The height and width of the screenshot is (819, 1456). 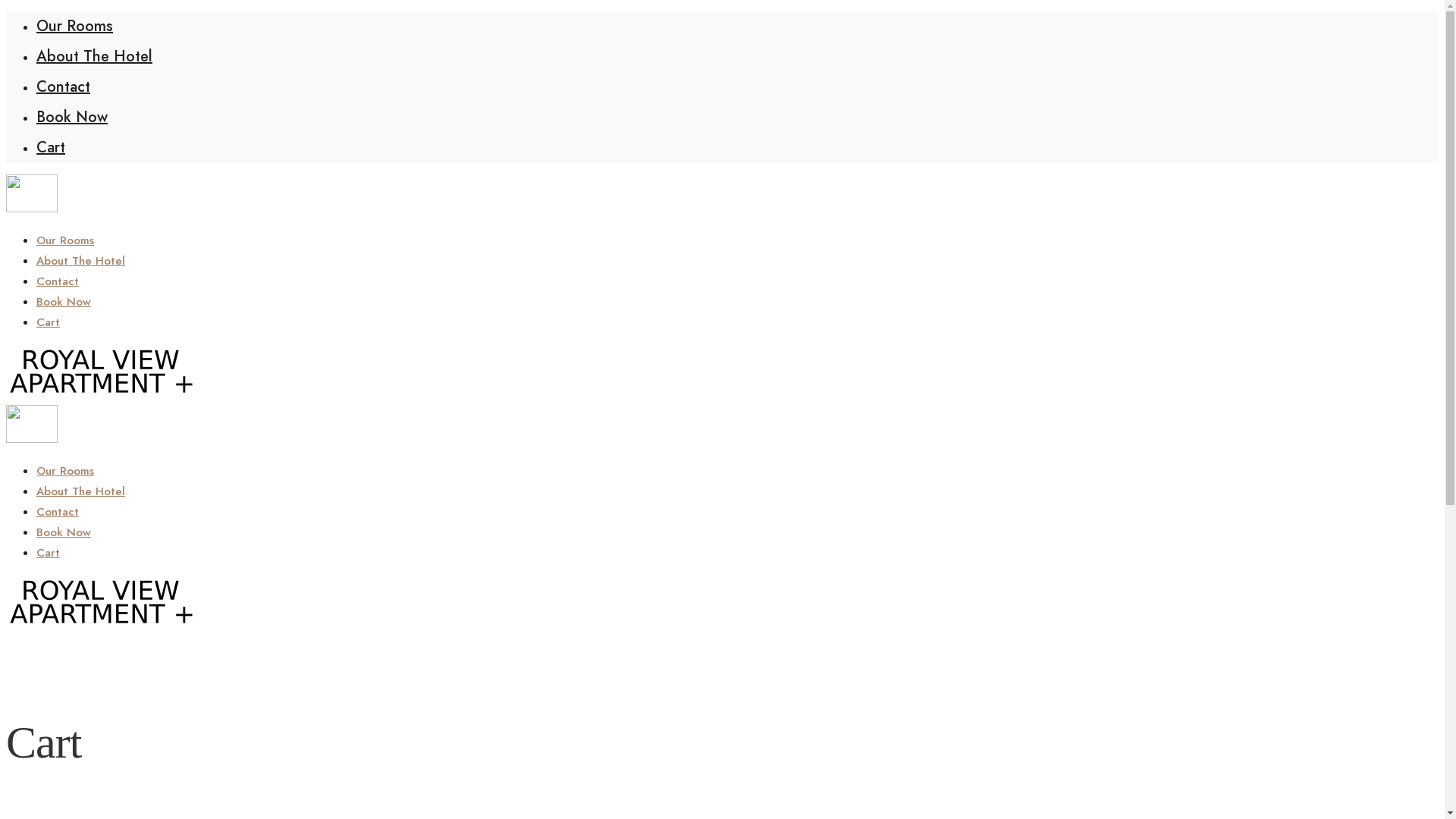 I want to click on 'Contact', so click(x=58, y=512).